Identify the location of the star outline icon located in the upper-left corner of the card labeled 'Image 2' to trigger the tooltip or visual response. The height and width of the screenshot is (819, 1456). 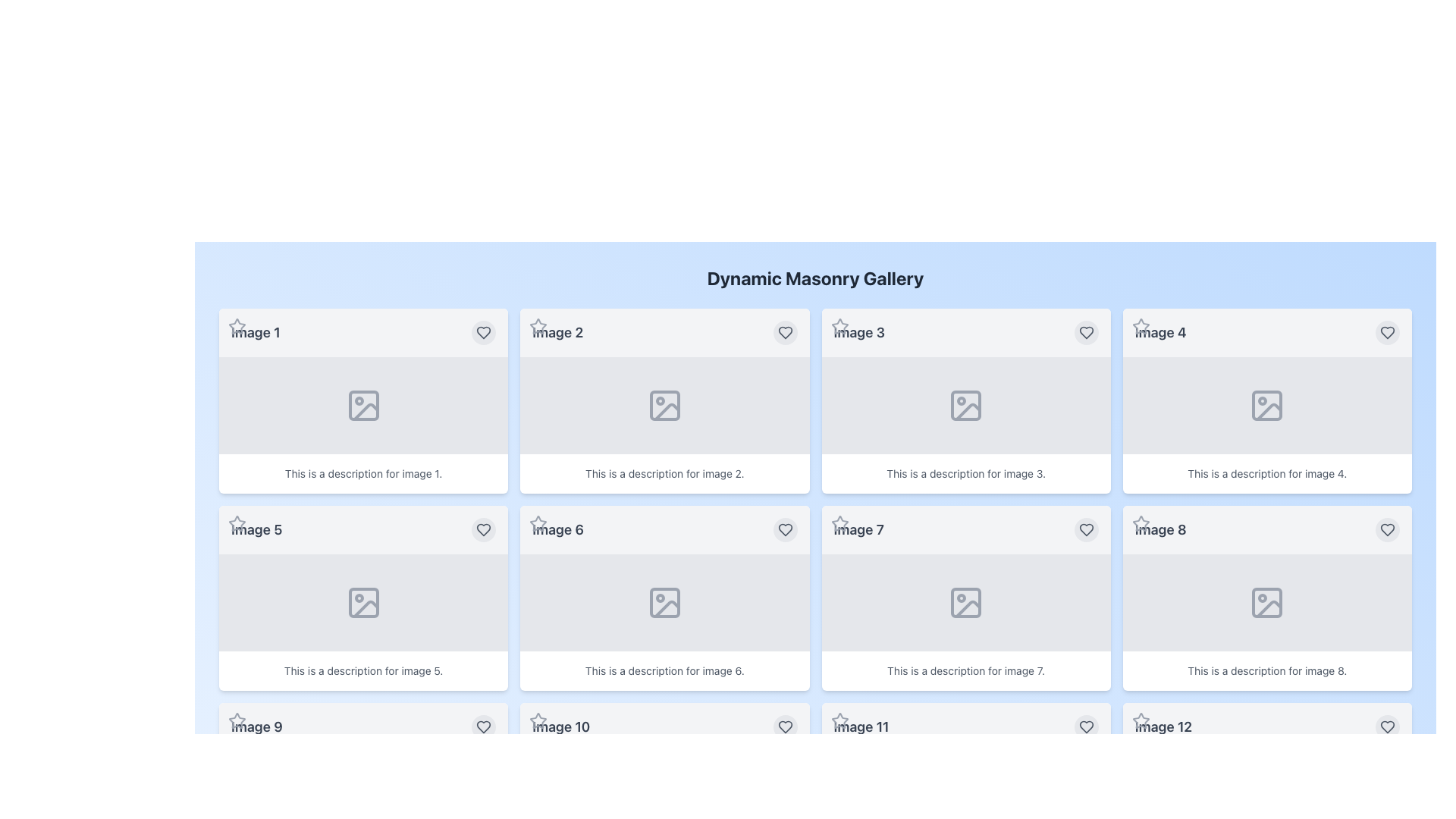
(538, 325).